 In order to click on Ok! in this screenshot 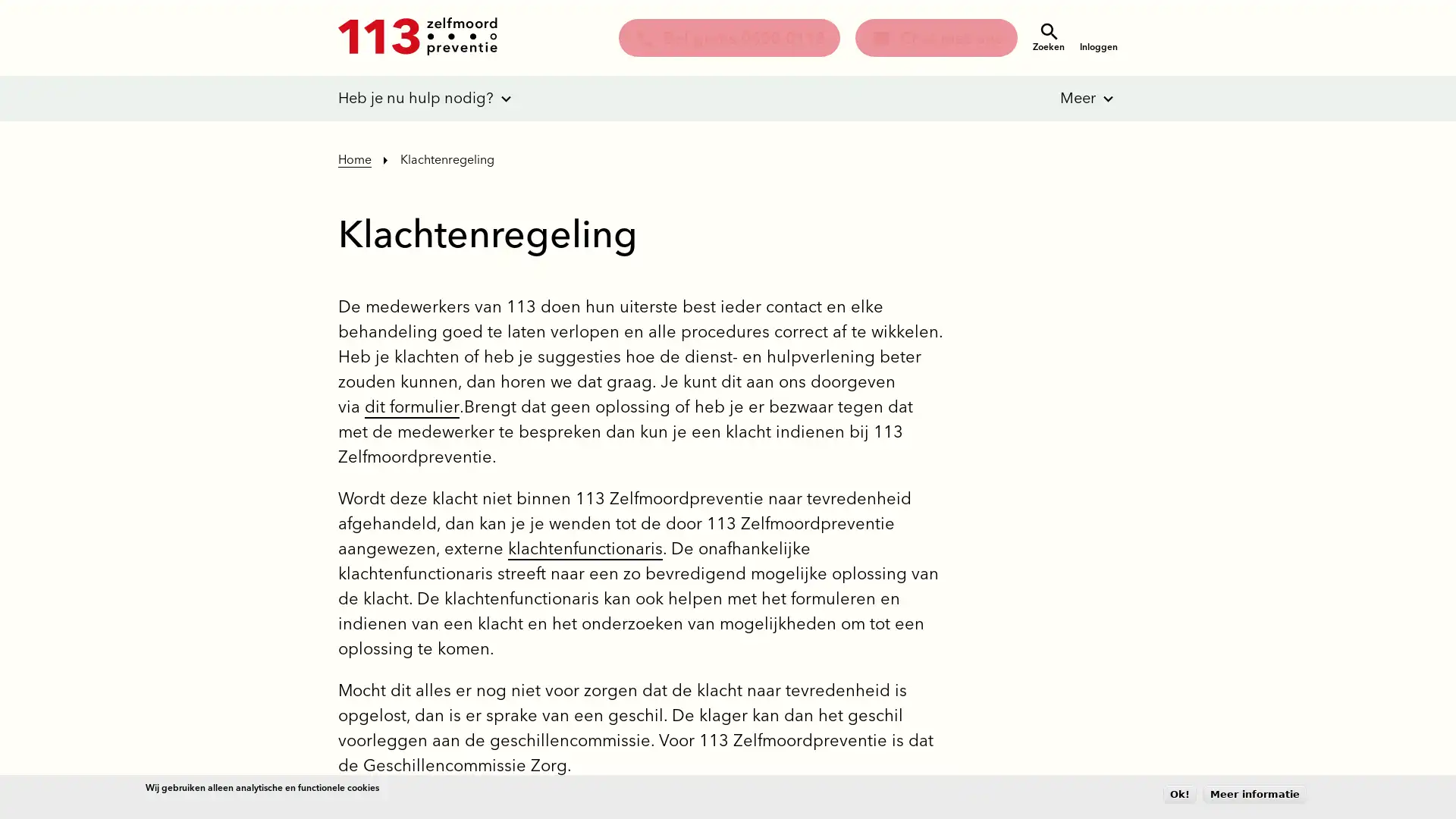, I will do `click(1178, 793)`.